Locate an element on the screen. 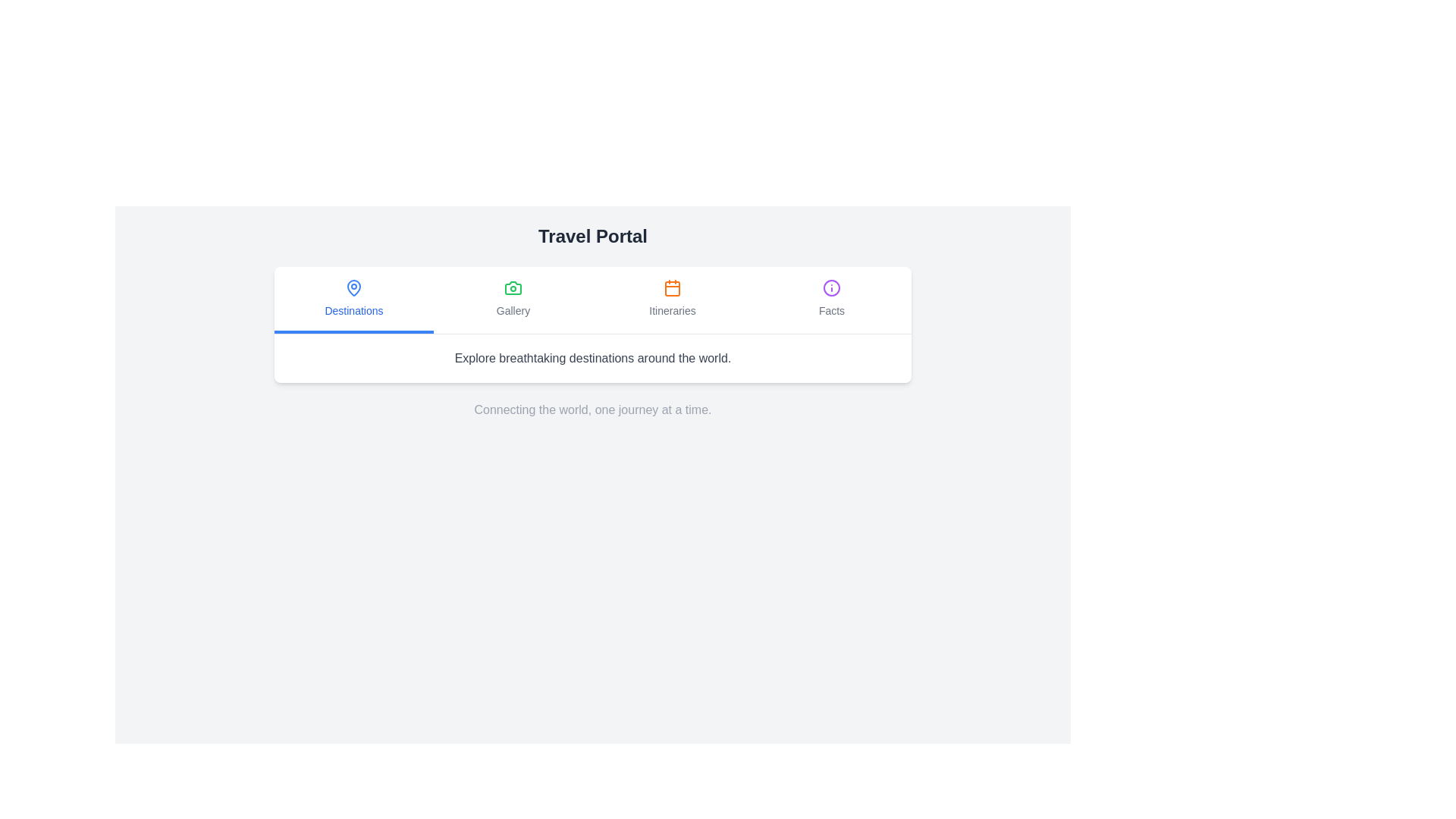 The image size is (1456, 819). the green camera icon in the navigation bar is located at coordinates (513, 288).